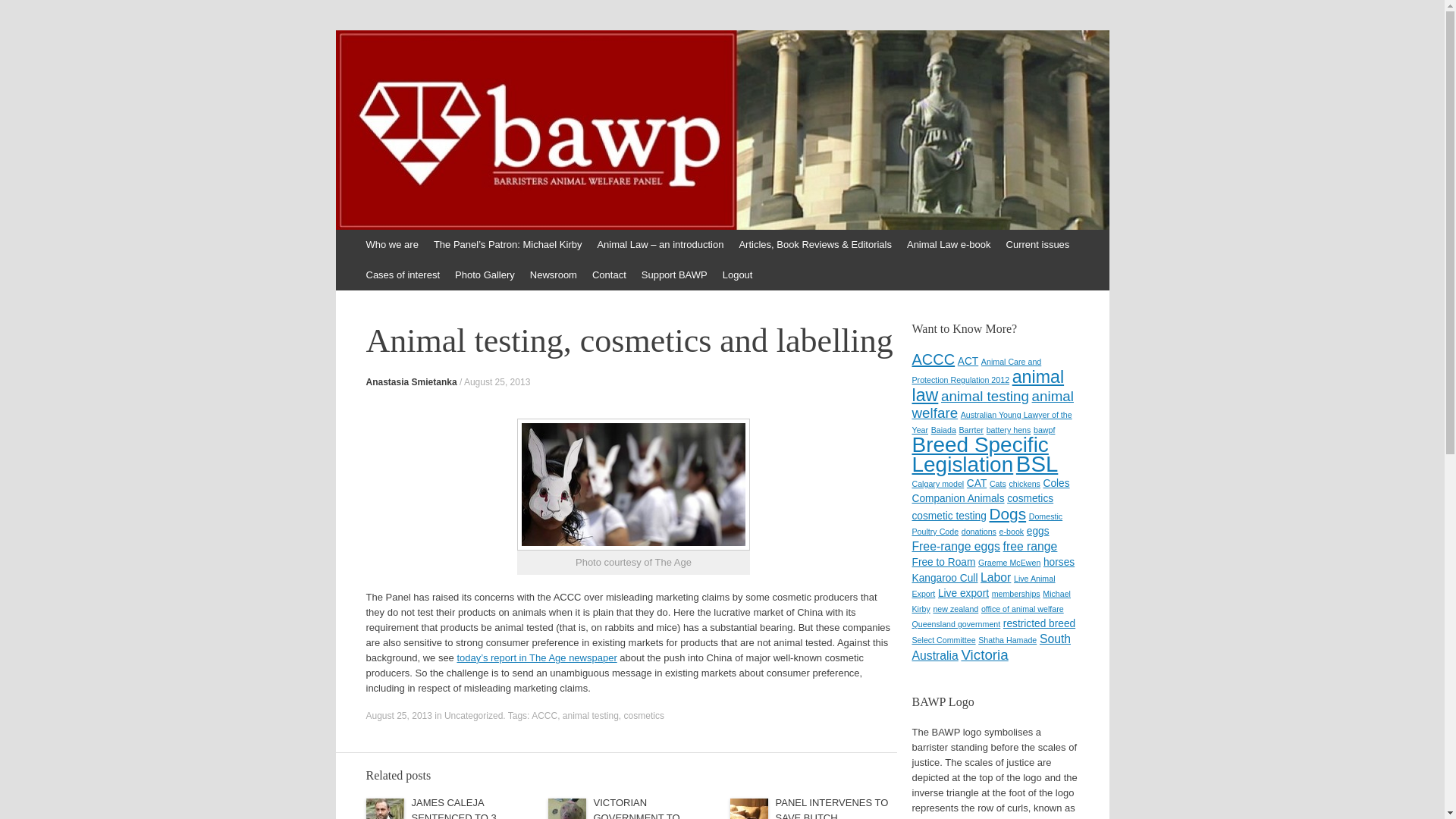 This screenshot has width=1456, height=819. What do you see at coordinates (991, 422) in the screenshot?
I see `'Australian Young Lawyer of the Year'` at bounding box center [991, 422].